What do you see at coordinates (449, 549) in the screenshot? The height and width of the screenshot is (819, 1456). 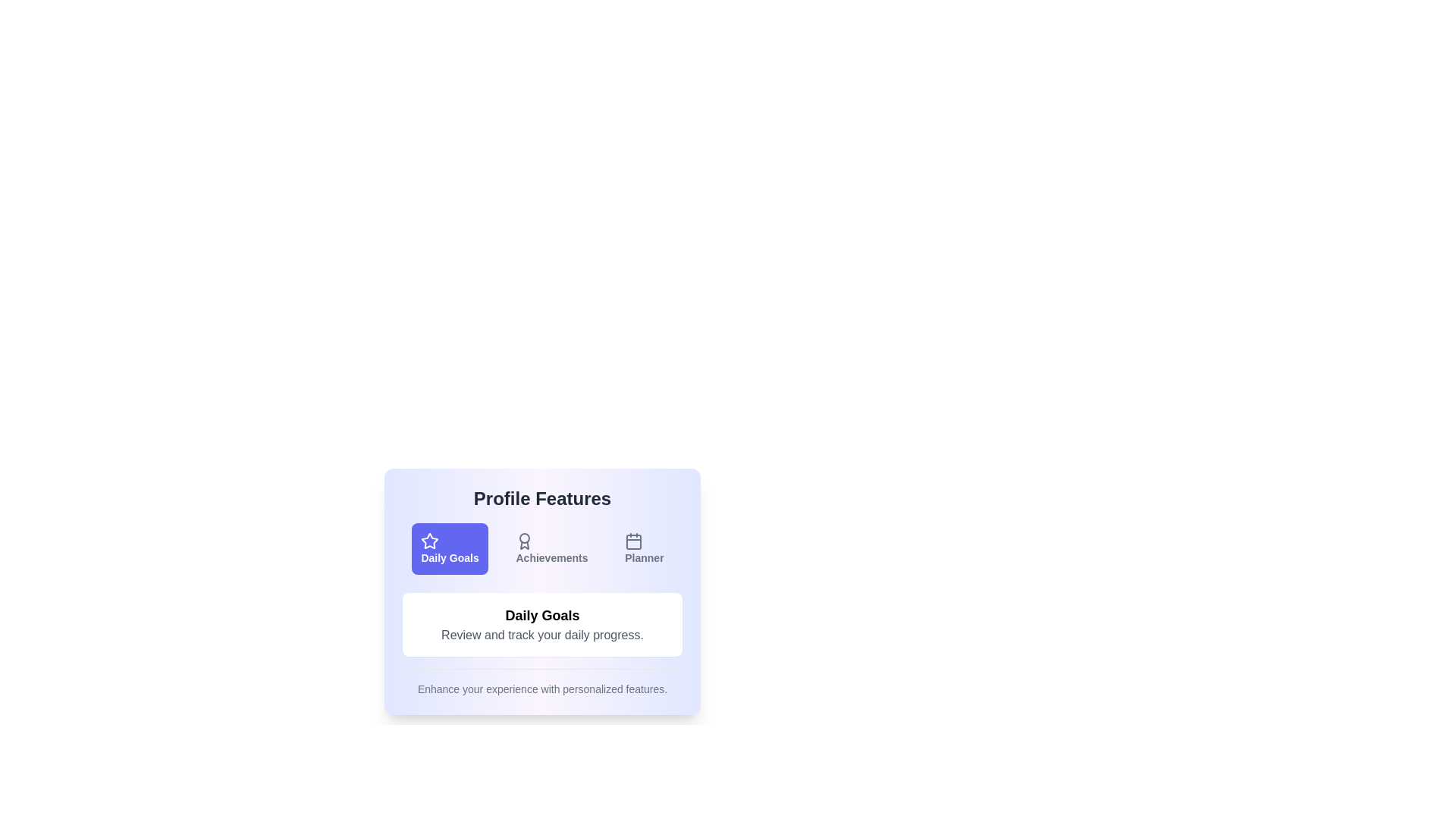 I see `the Daily Goals tab to switch to its content` at bounding box center [449, 549].